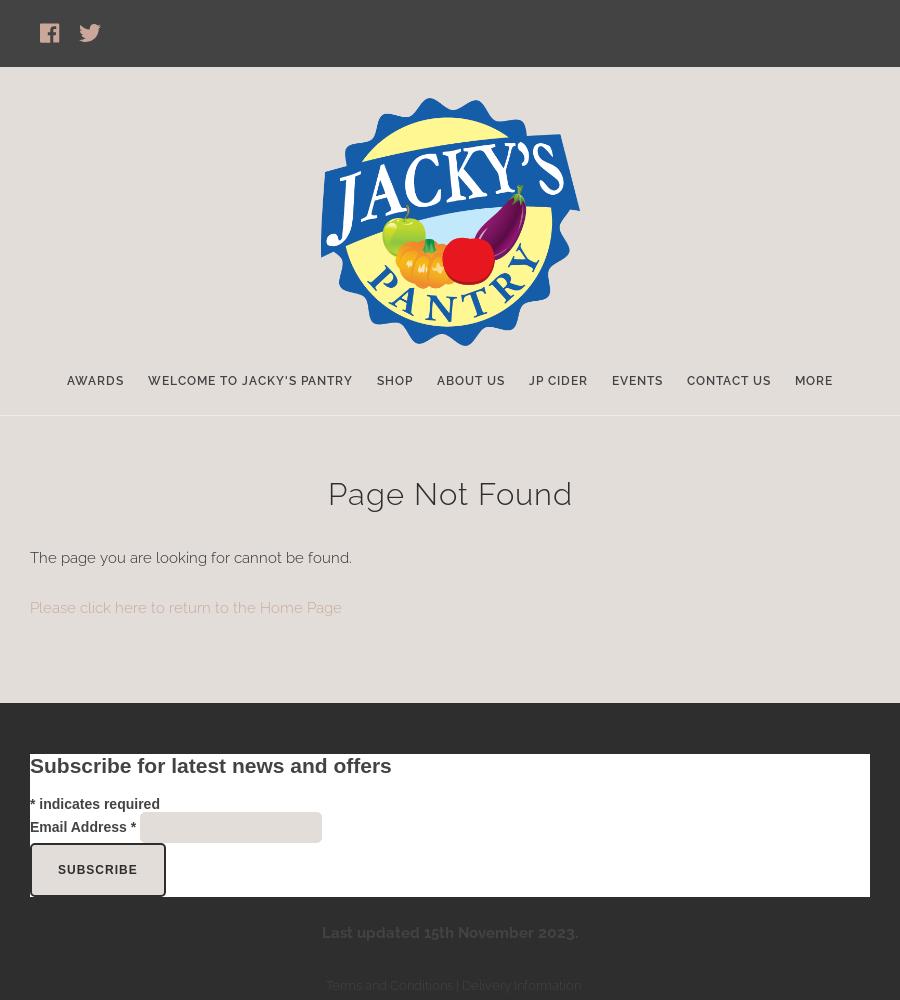 Image resolution: width=900 pixels, height=1000 pixels. I want to click on 'Welcome to Jacky's Pantry', so click(147, 381).